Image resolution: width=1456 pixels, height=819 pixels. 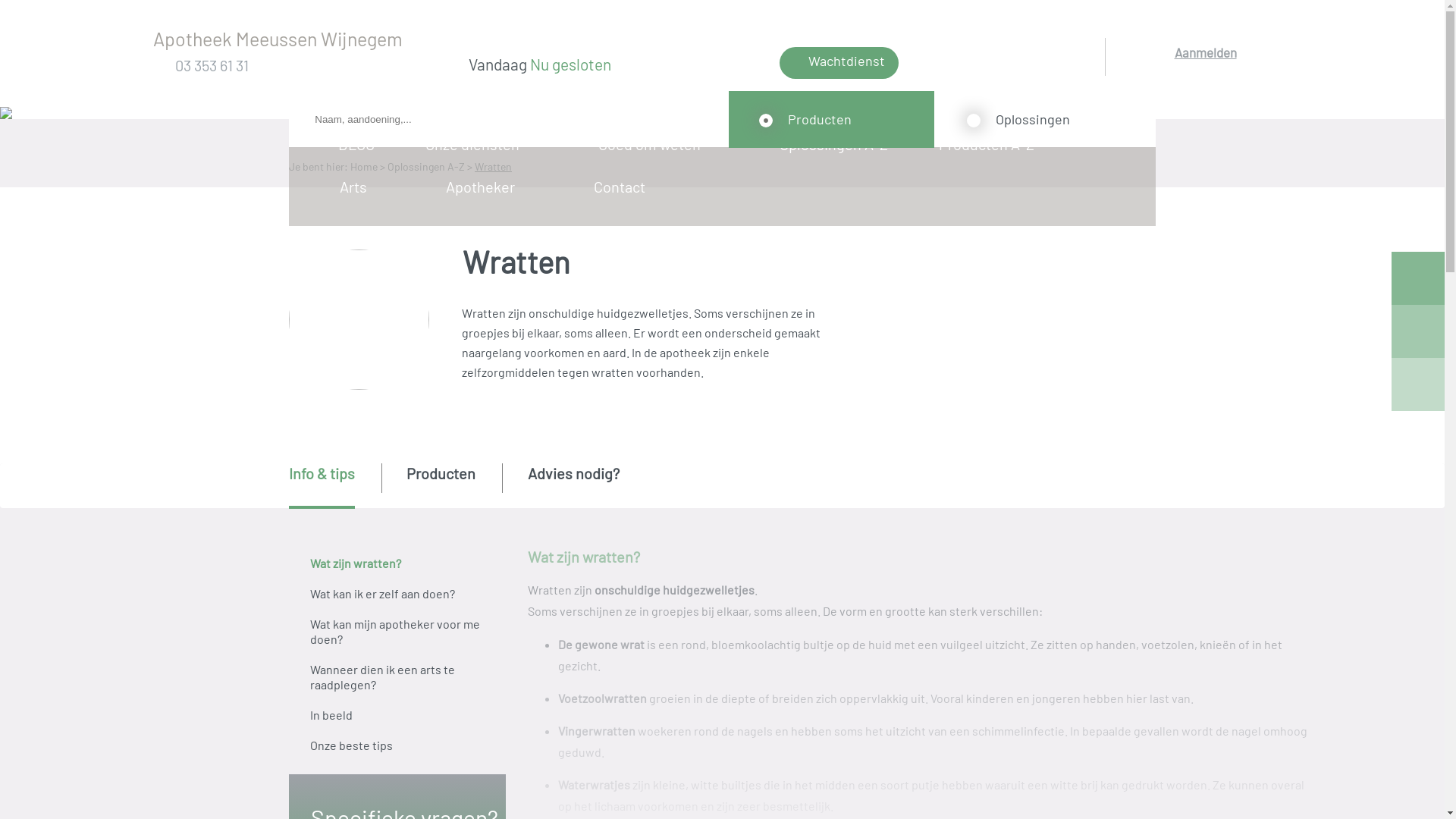 What do you see at coordinates (493, 166) in the screenshot?
I see `'Wratten'` at bounding box center [493, 166].